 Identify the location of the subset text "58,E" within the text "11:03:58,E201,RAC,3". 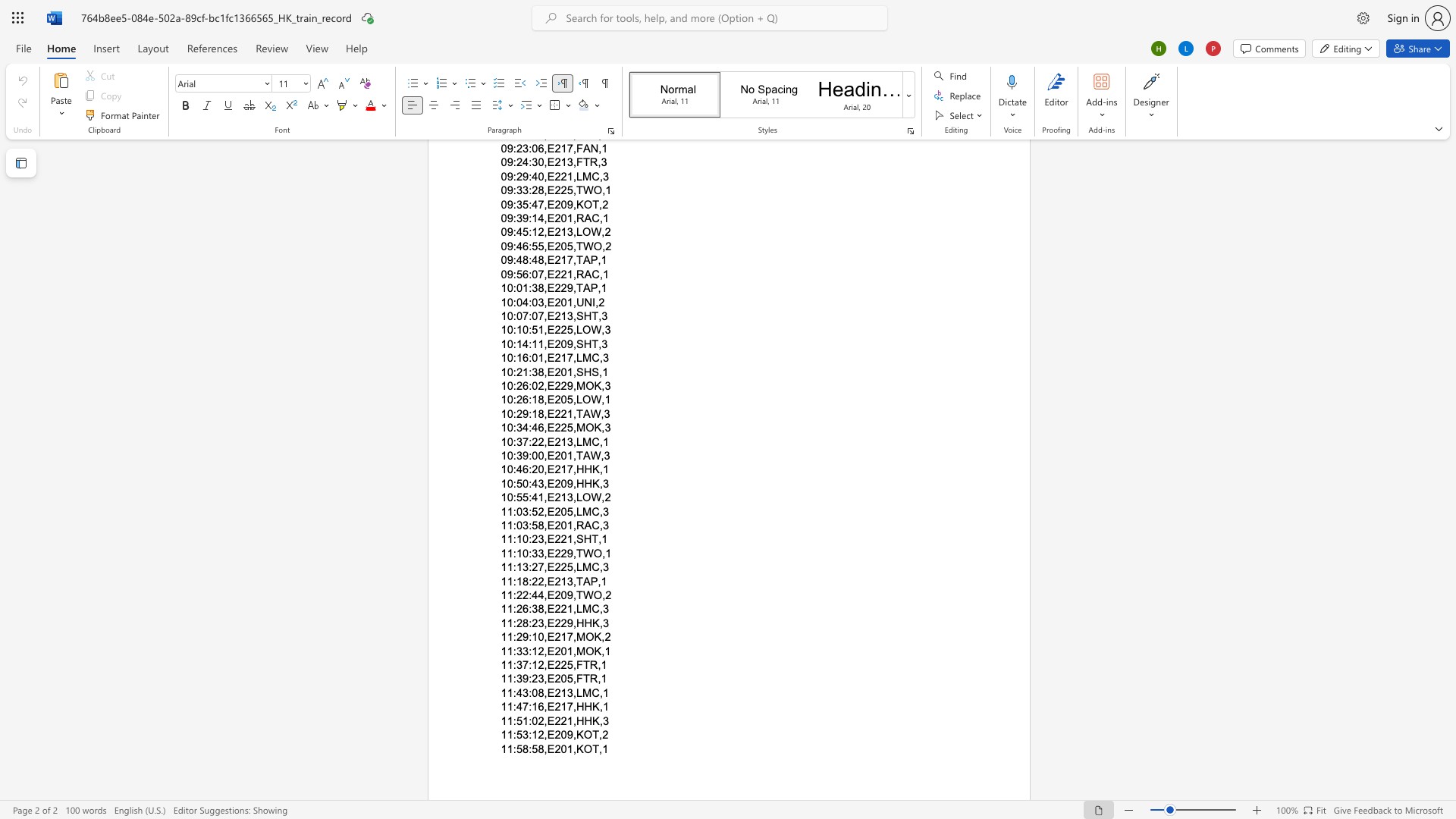
(532, 525).